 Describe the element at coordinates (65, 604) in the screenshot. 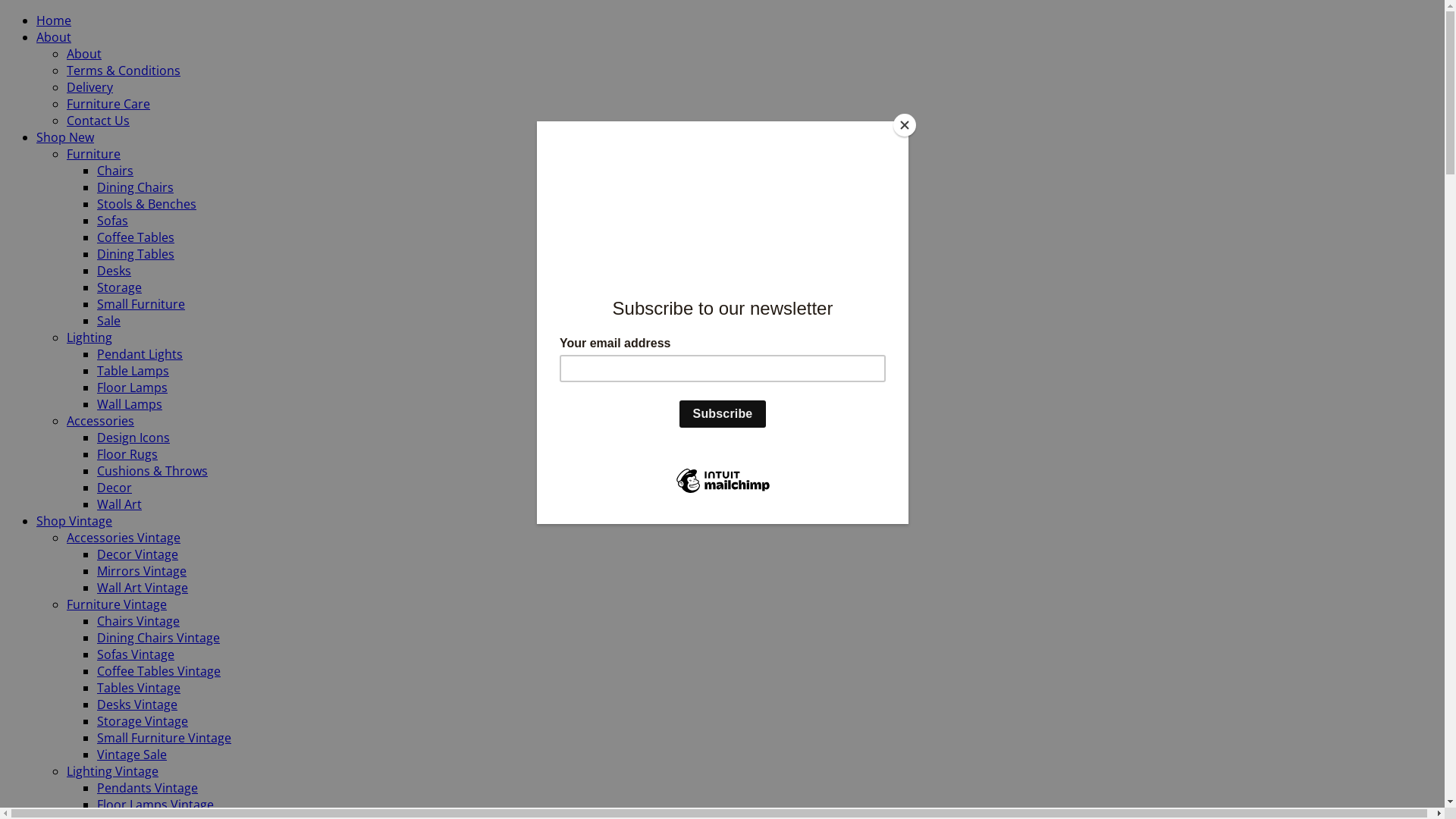

I see `'Furniture Vintage'` at that location.